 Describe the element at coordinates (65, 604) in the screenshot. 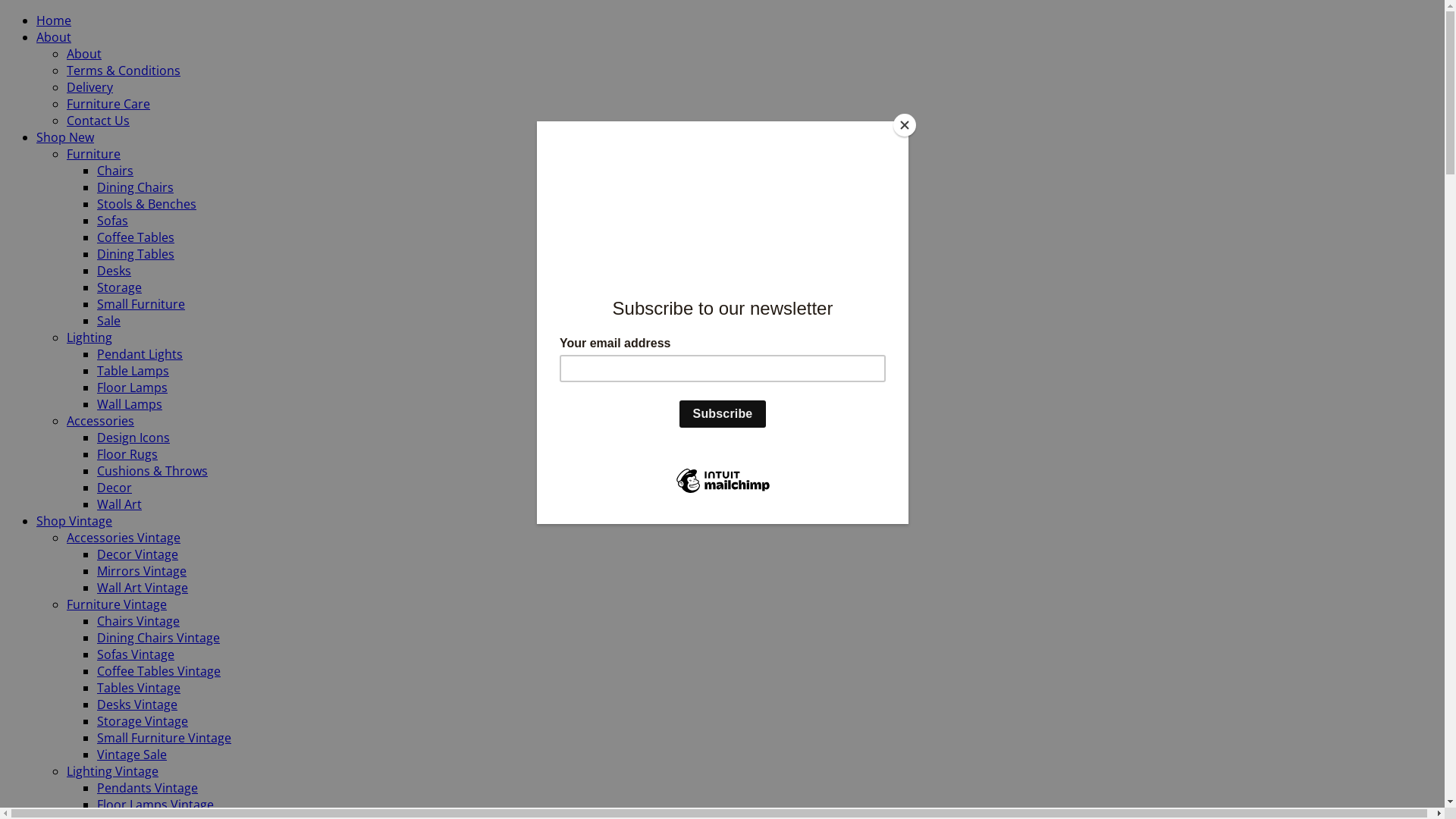

I see `'Furniture Vintage'` at that location.